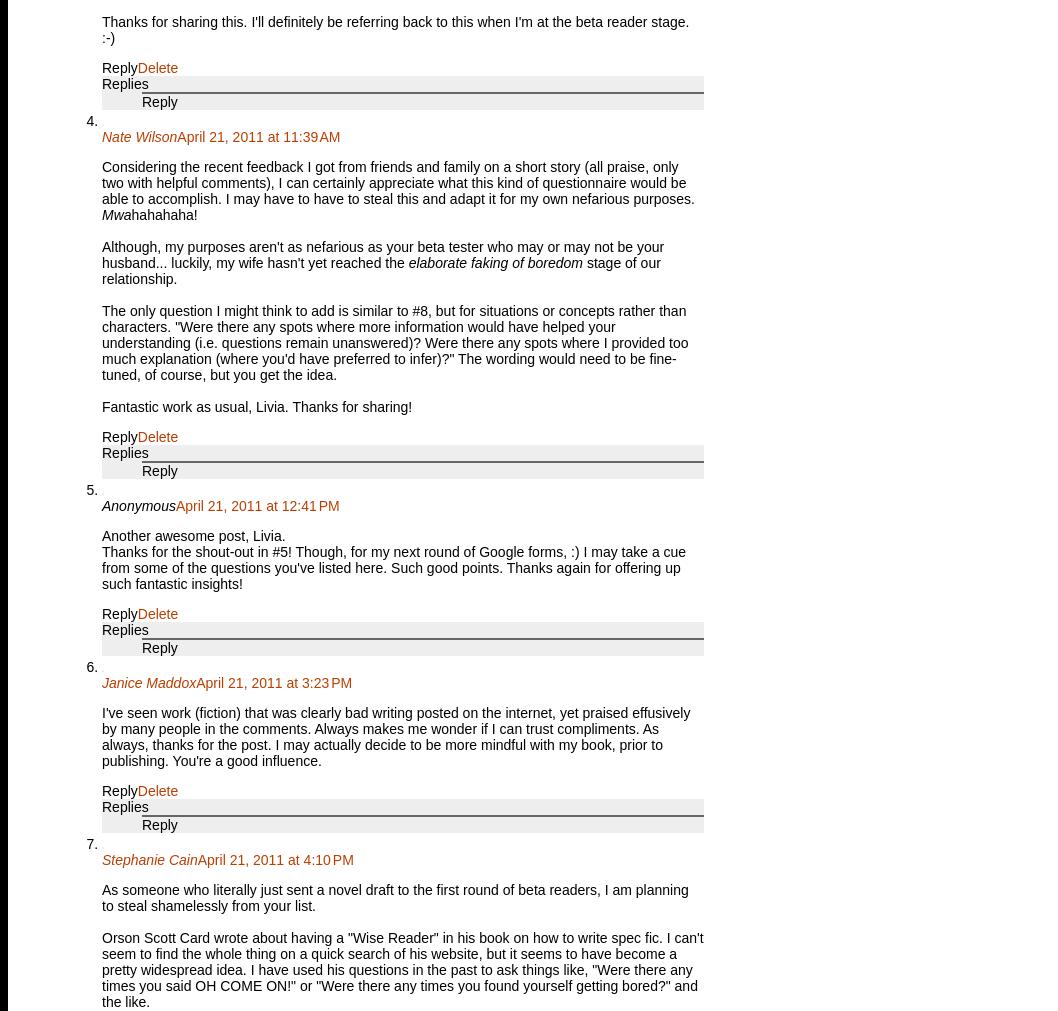 The height and width of the screenshot is (1011, 1058). Describe the element at coordinates (256, 406) in the screenshot. I see `'Fantastic work as usual, Livia. Thanks for sharing!'` at that location.